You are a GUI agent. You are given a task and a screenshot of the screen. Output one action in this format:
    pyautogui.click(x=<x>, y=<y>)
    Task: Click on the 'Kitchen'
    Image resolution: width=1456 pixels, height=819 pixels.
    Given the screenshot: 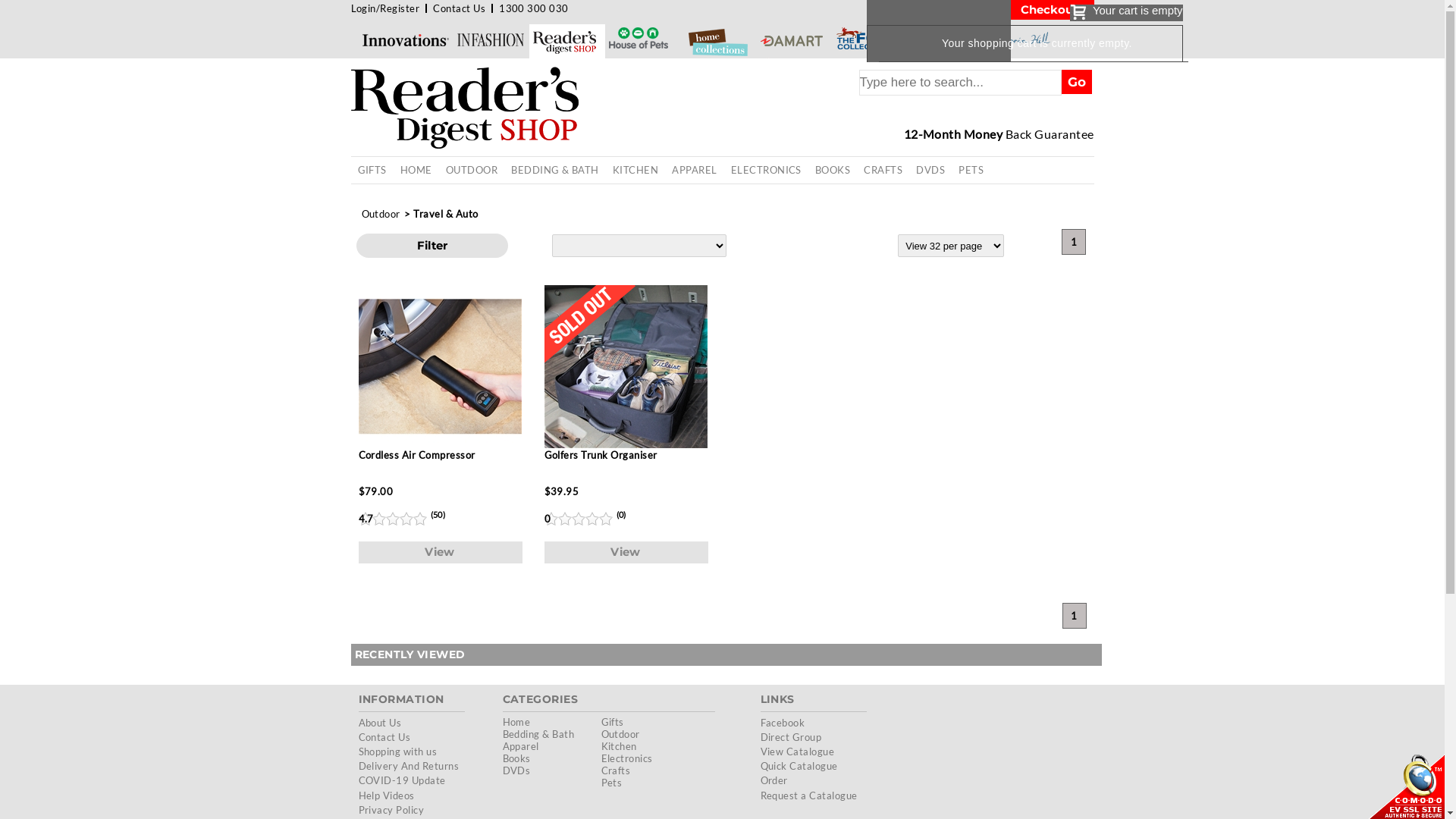 What is the action you would take?
    pyautogui.click(x=618, y=745)
    